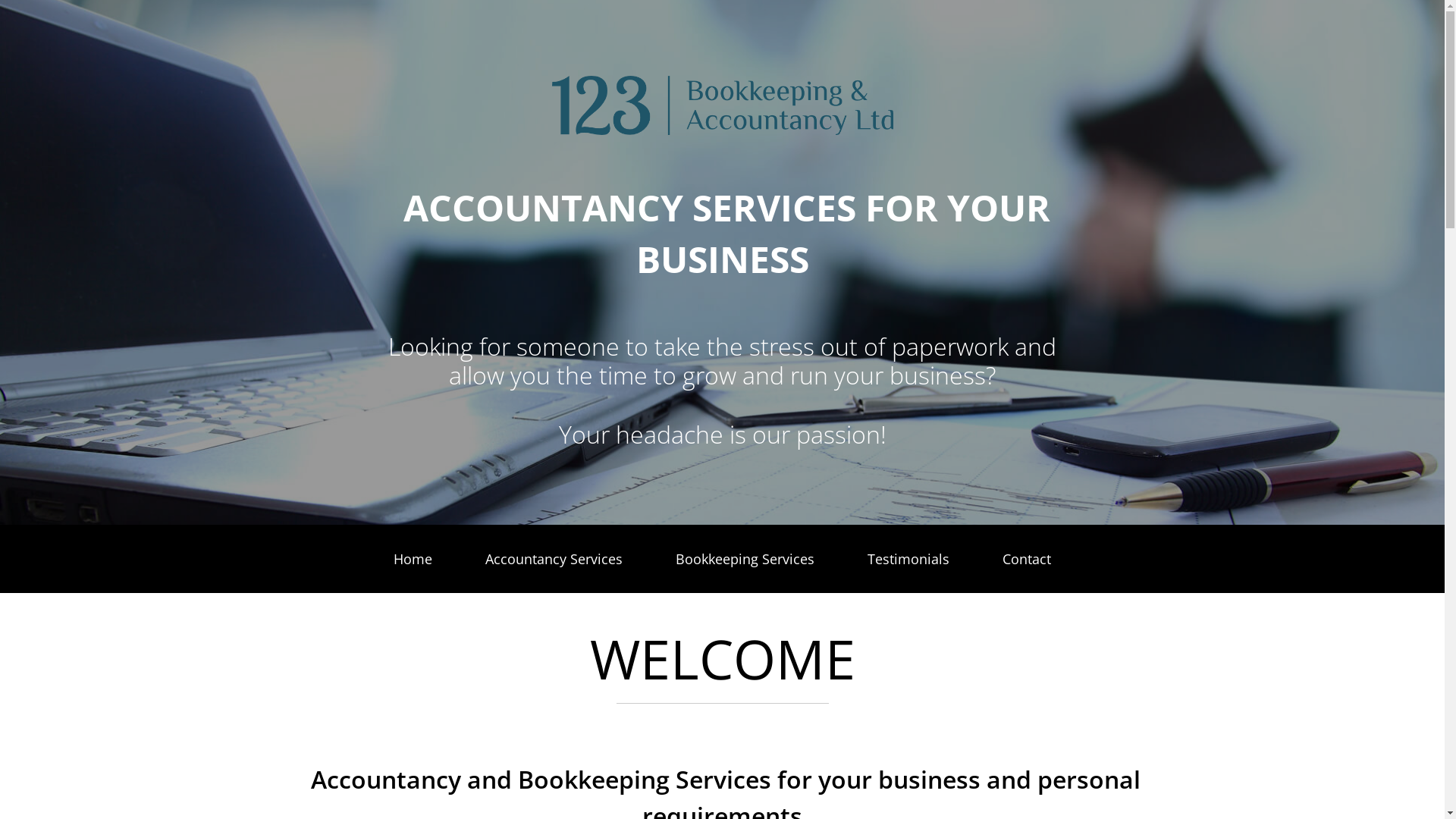  I want to click on 'Testimonials', so click(863, 558).